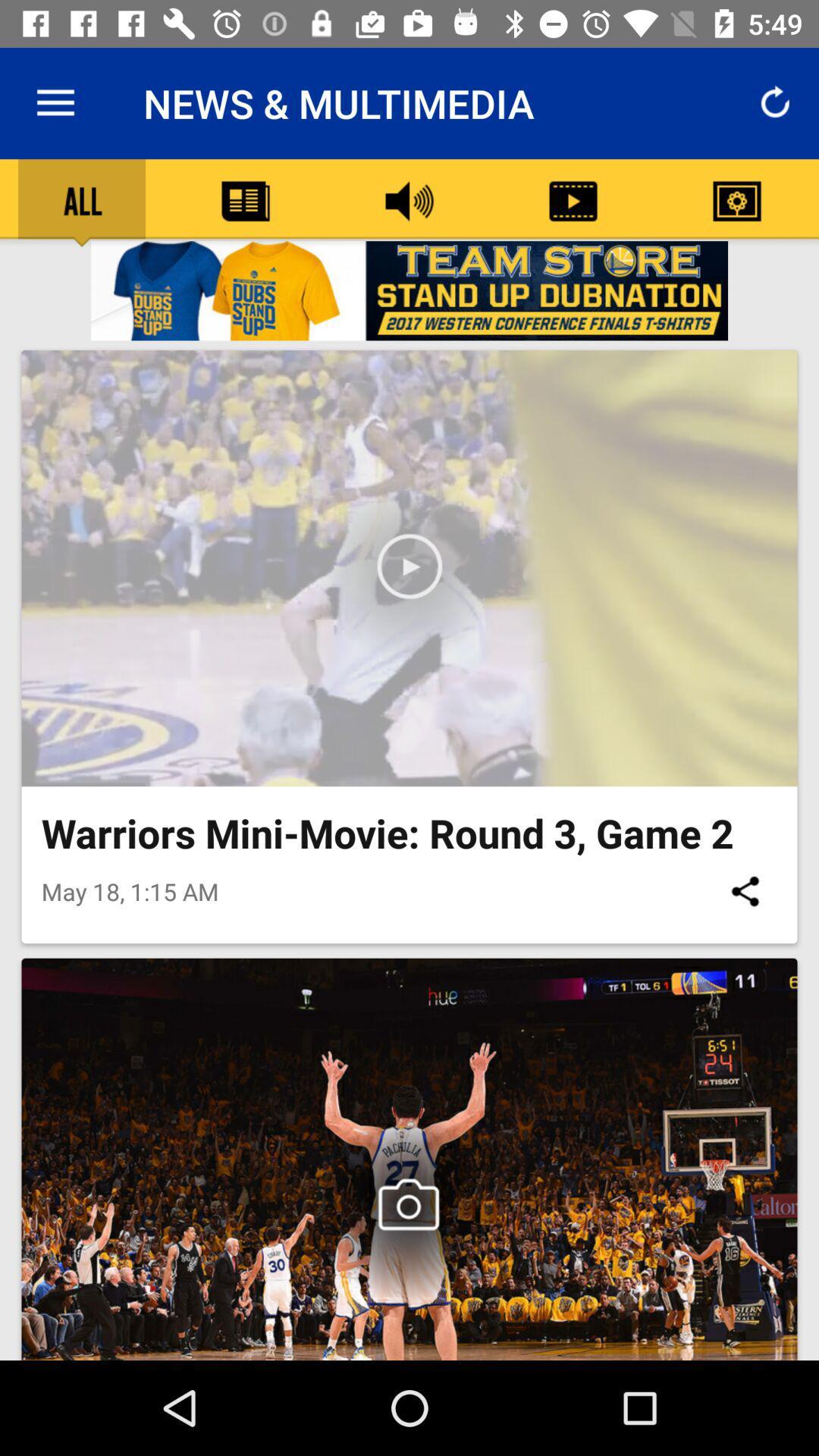 This screenshot has width=819, height=1456. What do you see at coordinates (744, 891) in the screenshot?
I see `the item next to may 18 1` at bounding box center [744, 891].